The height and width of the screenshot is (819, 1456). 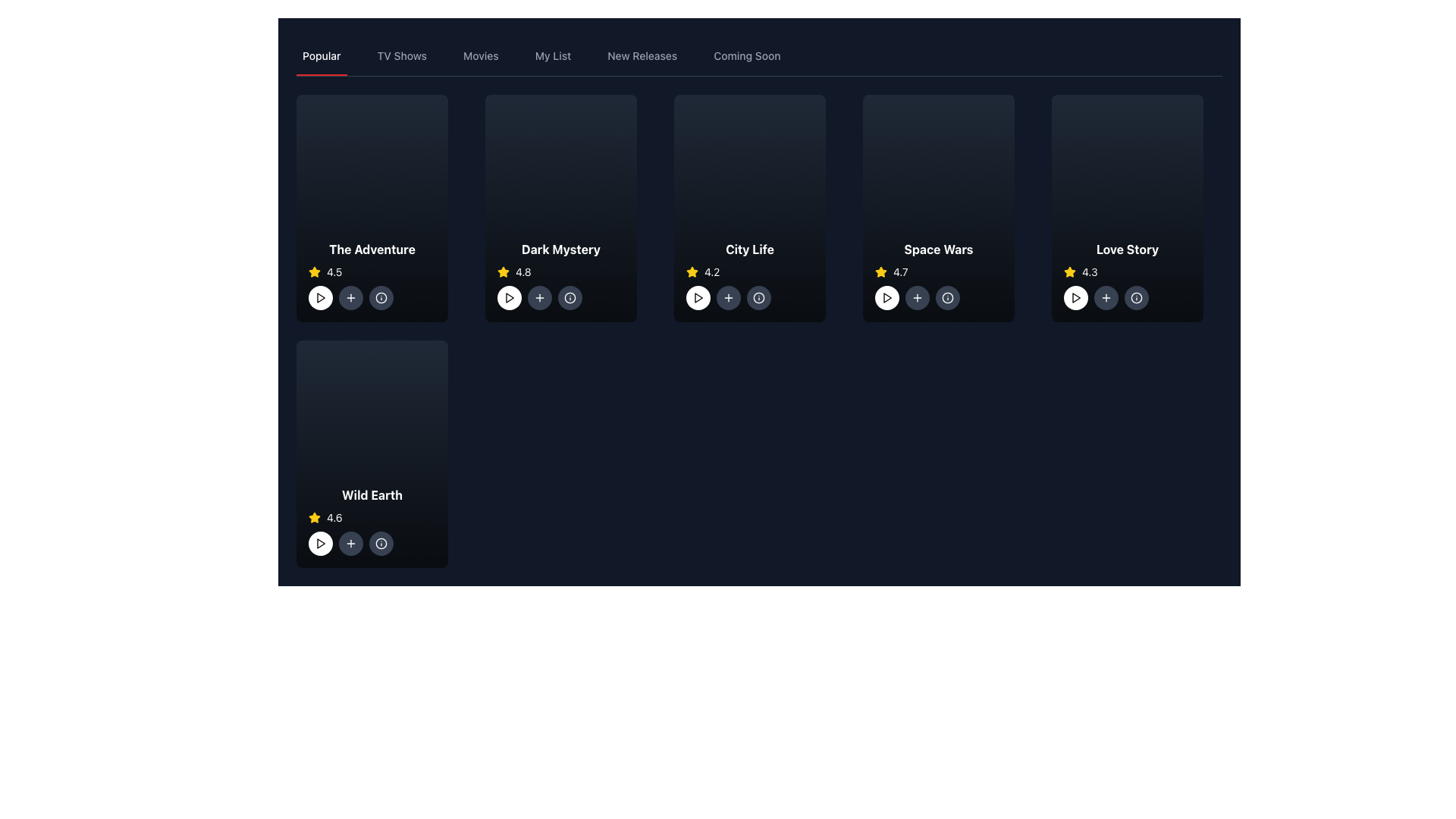 What do you see at coordinates (539, 298) in the screenshot?
I see `the small, white plus icon button with a dark gray background located in the 'Dark Mystery' card, which is the second button from the left in the bottom action button row of the card` at bounding box center [539, 298].